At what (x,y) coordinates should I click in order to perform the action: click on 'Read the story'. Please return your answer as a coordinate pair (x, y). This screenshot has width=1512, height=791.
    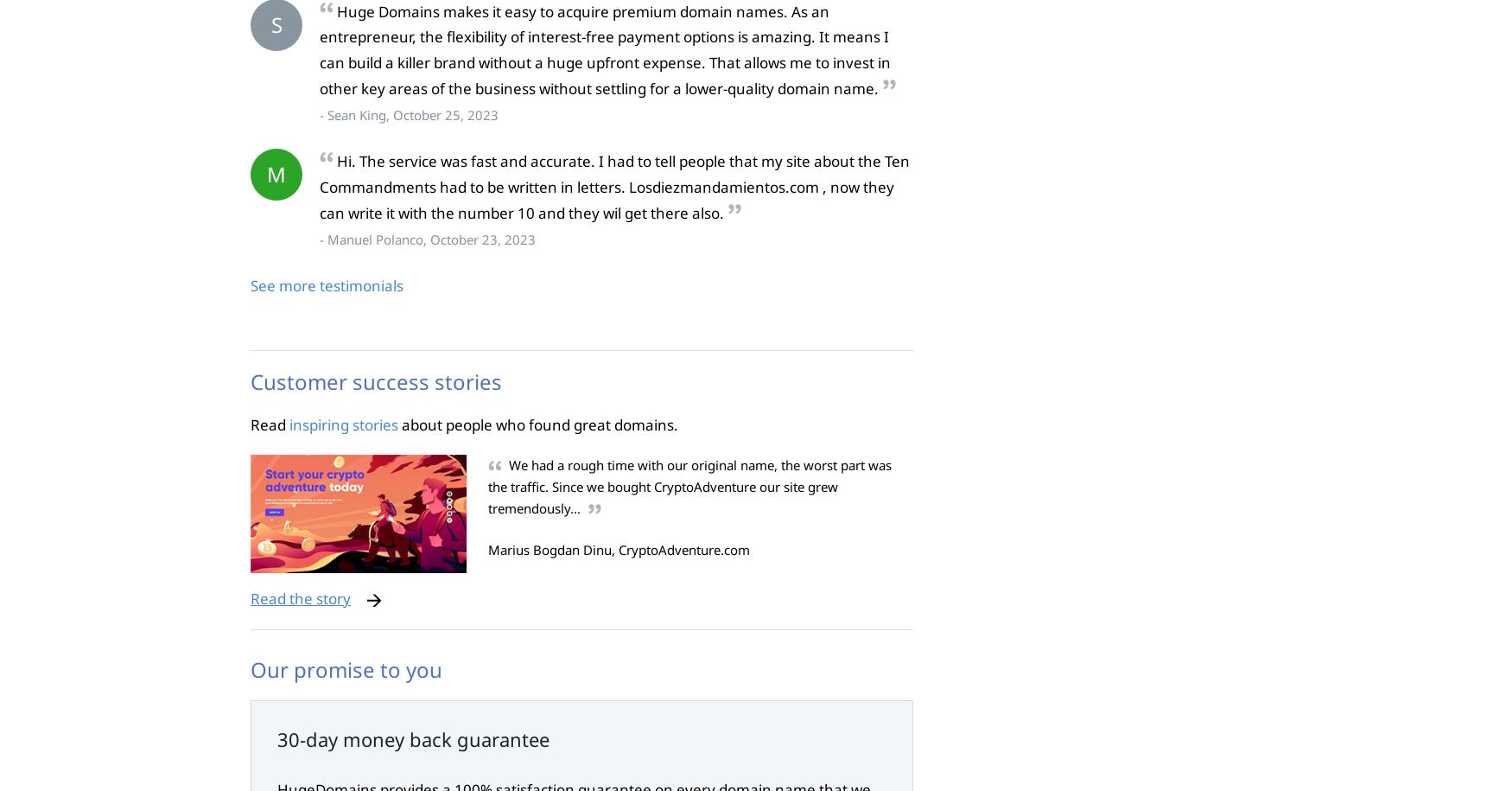
    Looking at the image, I should click on (301, 596).